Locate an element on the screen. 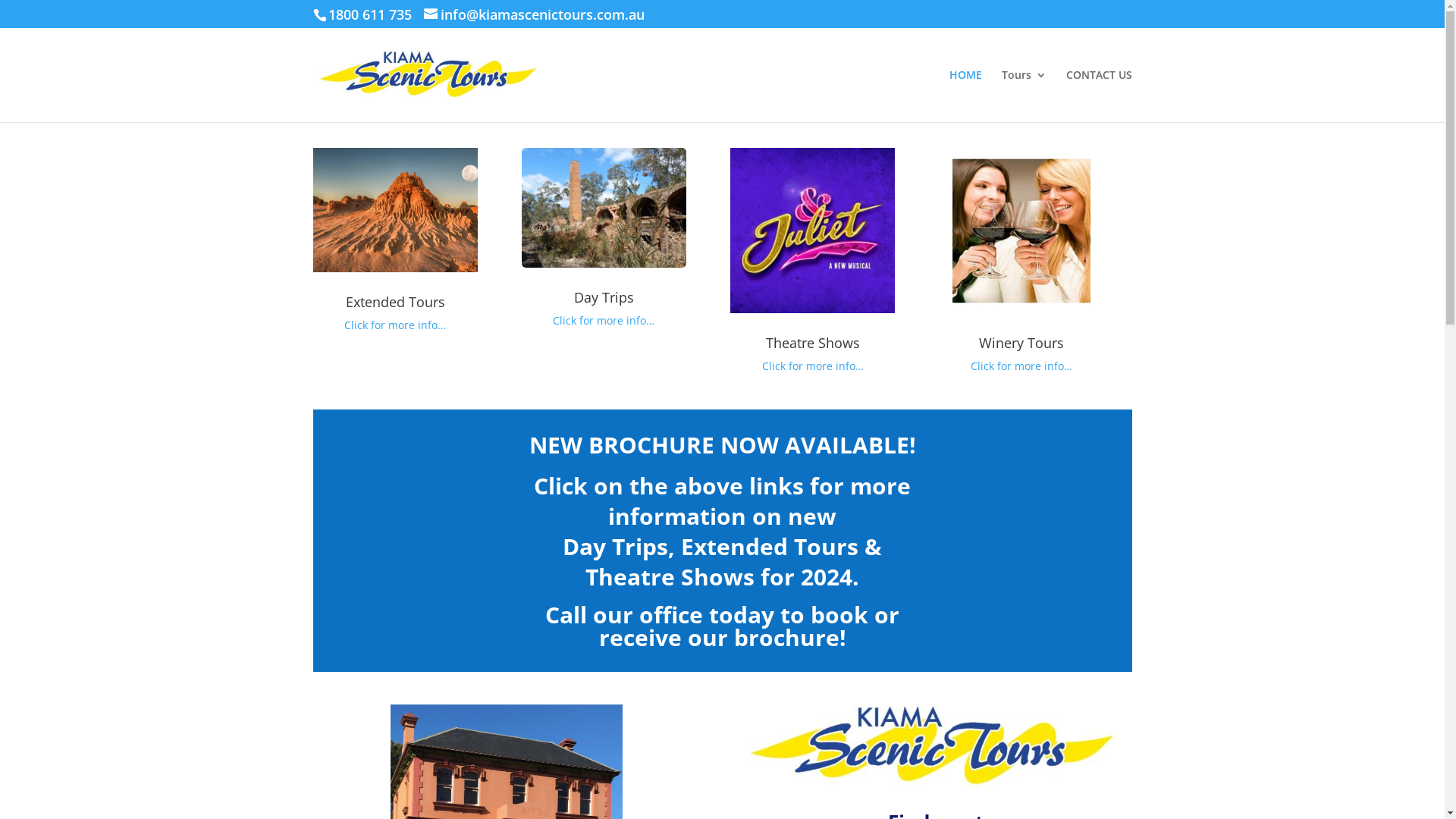 This screenshot has width=1456, height=819. '1800 611 735' is located at coordinates (327, 14).